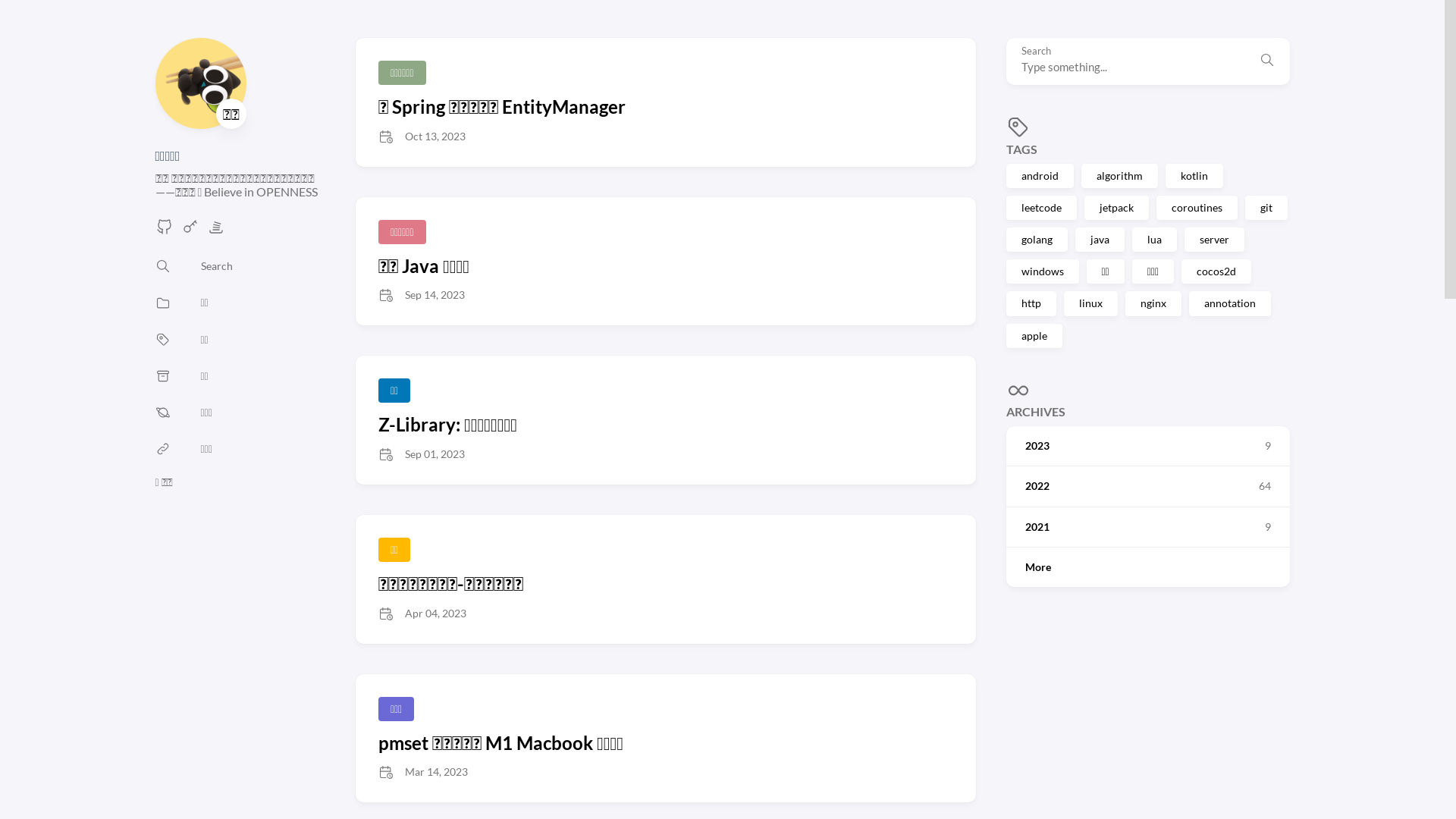  What do you see at coordinates (1125, 303) in the screenshot?
I see `'nginx'` at bounding box center [1125, 303].